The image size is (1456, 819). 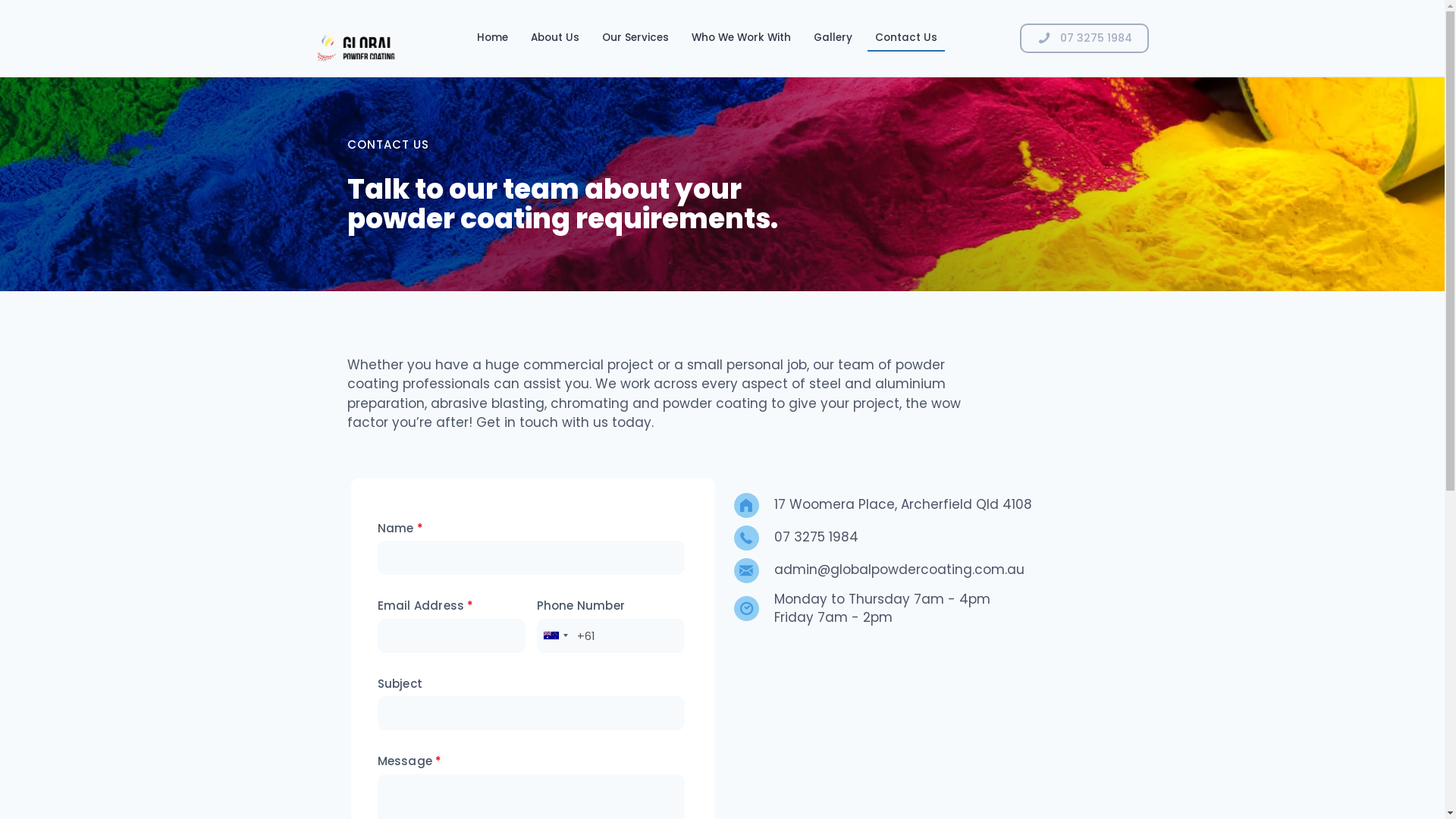 What do you see at coordinates (902, 504) in the screenshot?
I see `'17 Woomera Place, Archerfield Qld 4108'` at bounding box center [902, 504].